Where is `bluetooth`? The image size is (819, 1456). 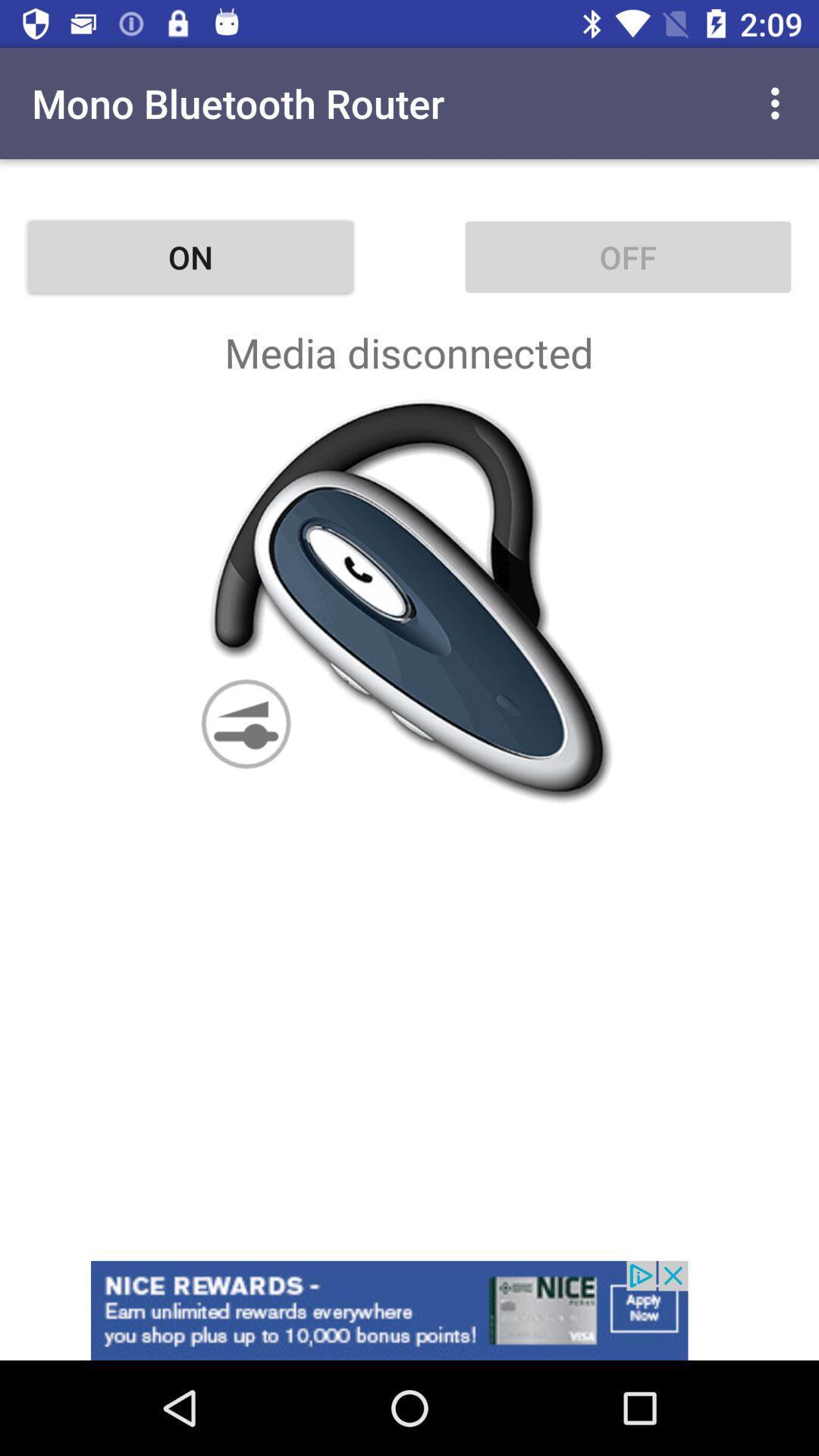 bluetooth is located at coordinates (409, 600).